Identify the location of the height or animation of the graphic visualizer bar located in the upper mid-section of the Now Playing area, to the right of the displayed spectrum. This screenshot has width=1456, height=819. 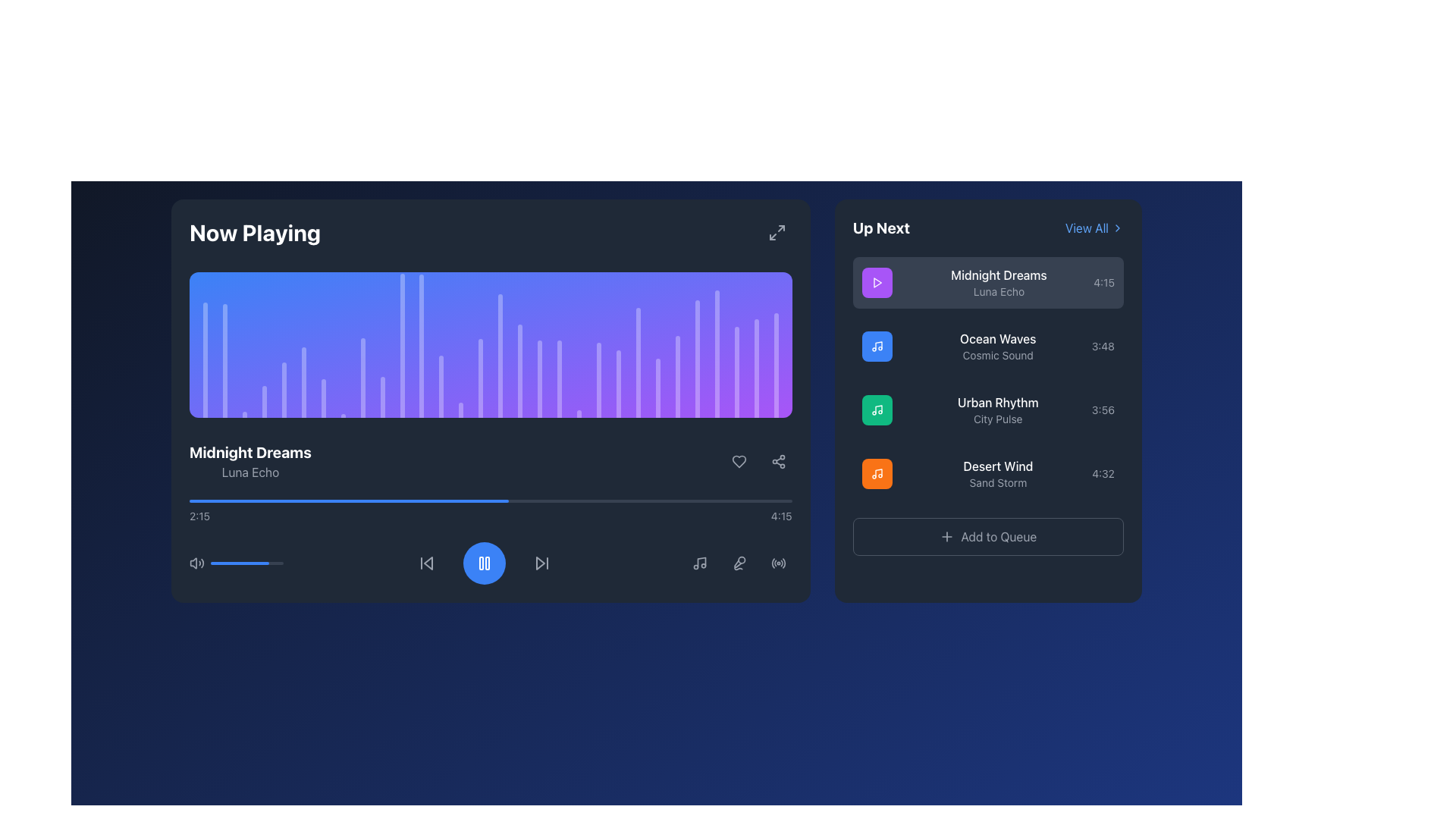
(716, 353).